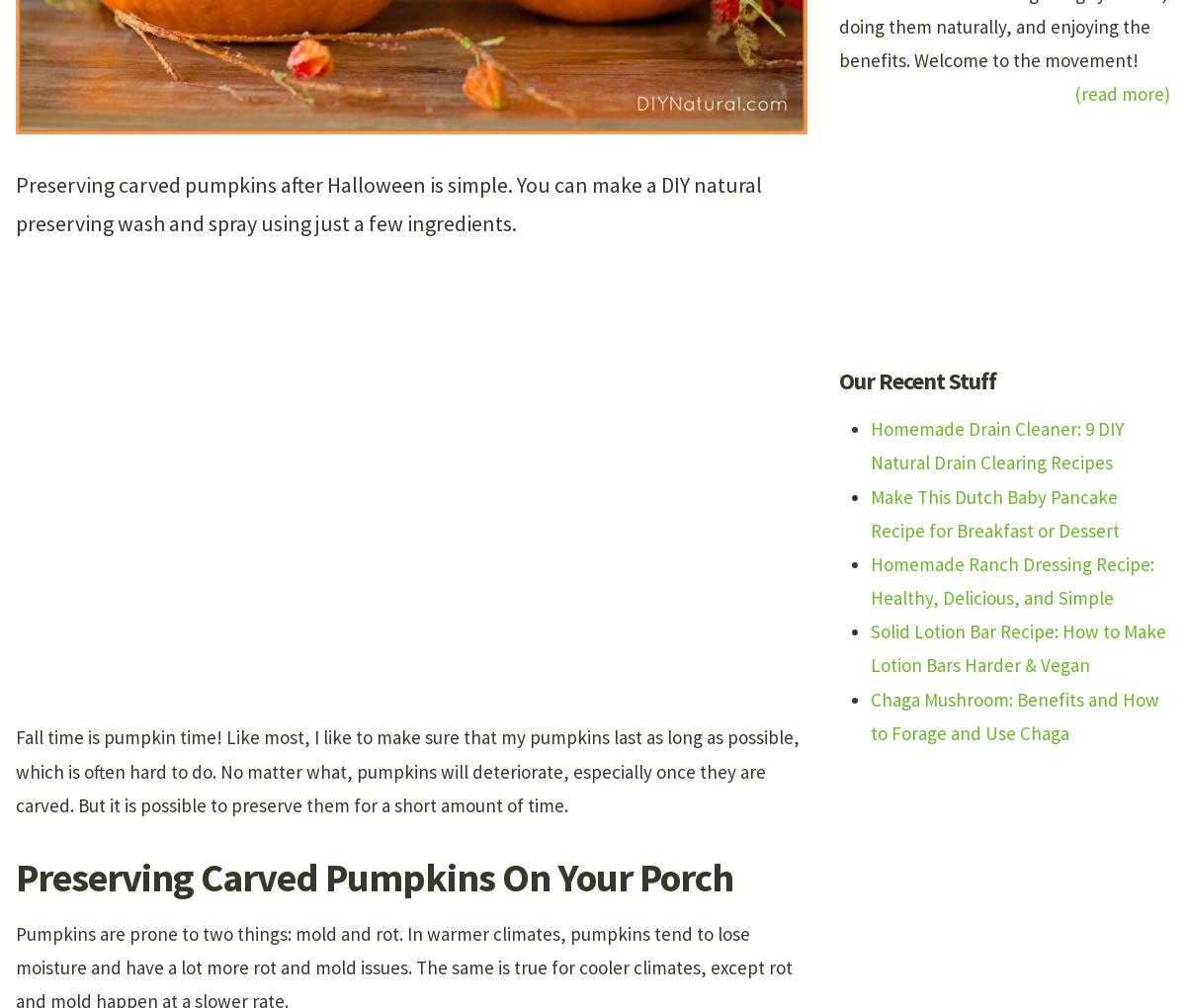  What do you see at coordinates (870, 580) in the screenshot?
I see `'Homemade Ranch Dressing Recipe: Healthy, Delicious, and Simple'` at bounding box center [870, 580].